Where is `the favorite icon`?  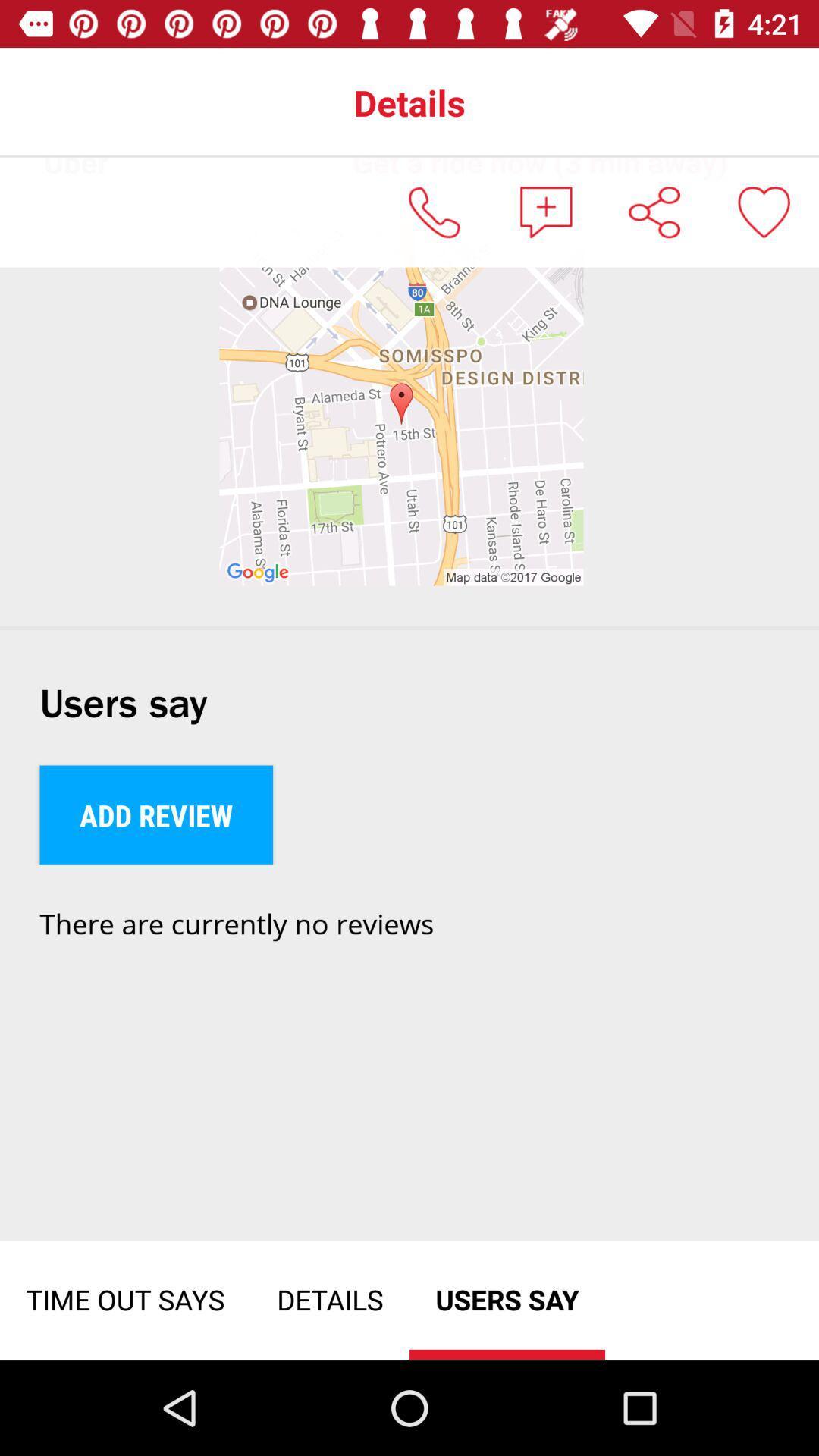
the favorite icon is located at coordinates (764, 212).